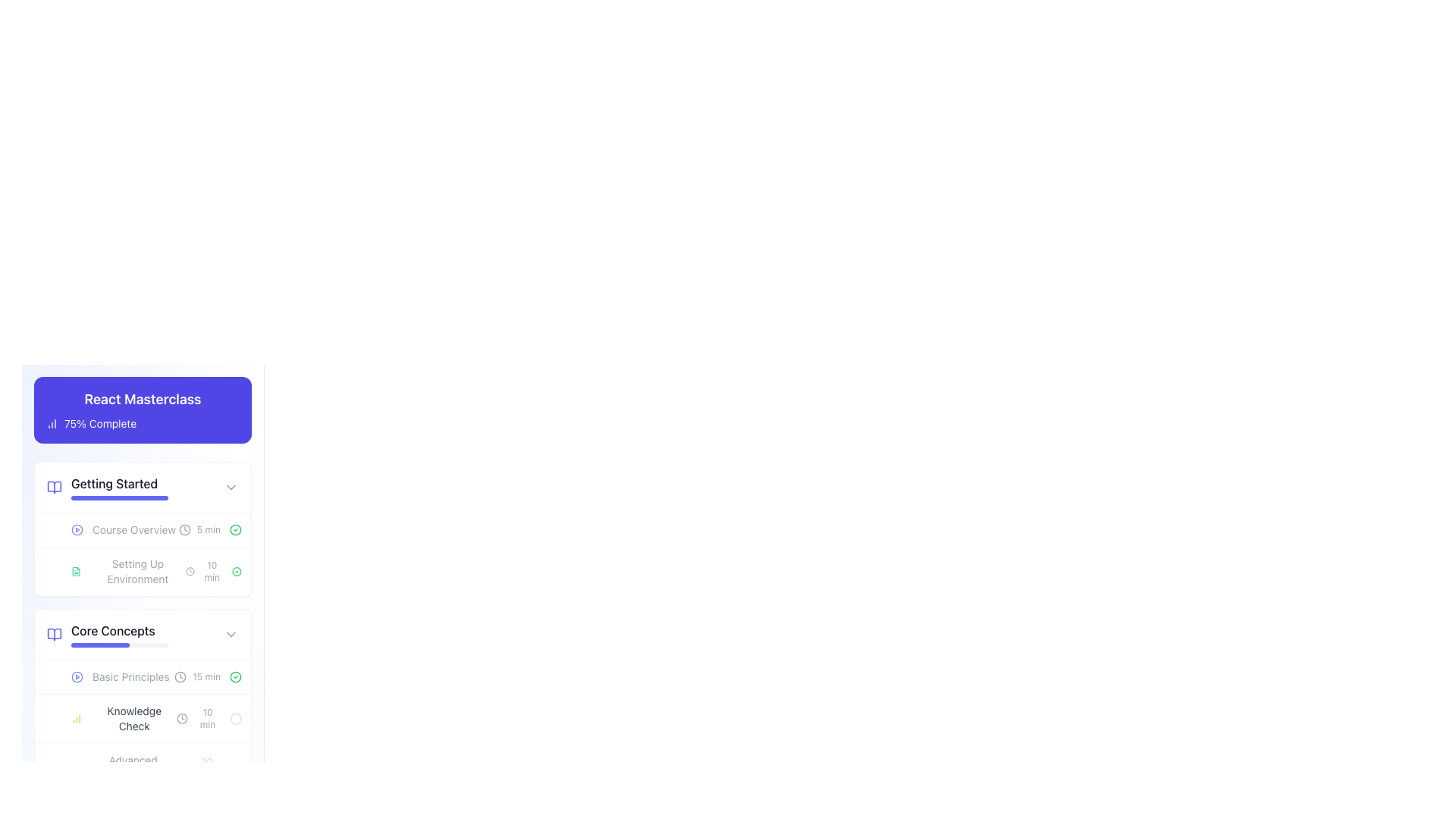 The height and width of the screenshot is (819, 1456). Describe the element at coordinates (55, 635) in the screenshot. I see `the open book icon, which is indigo colored and positioned to the left of the 'Core Concepts' text` at that location.